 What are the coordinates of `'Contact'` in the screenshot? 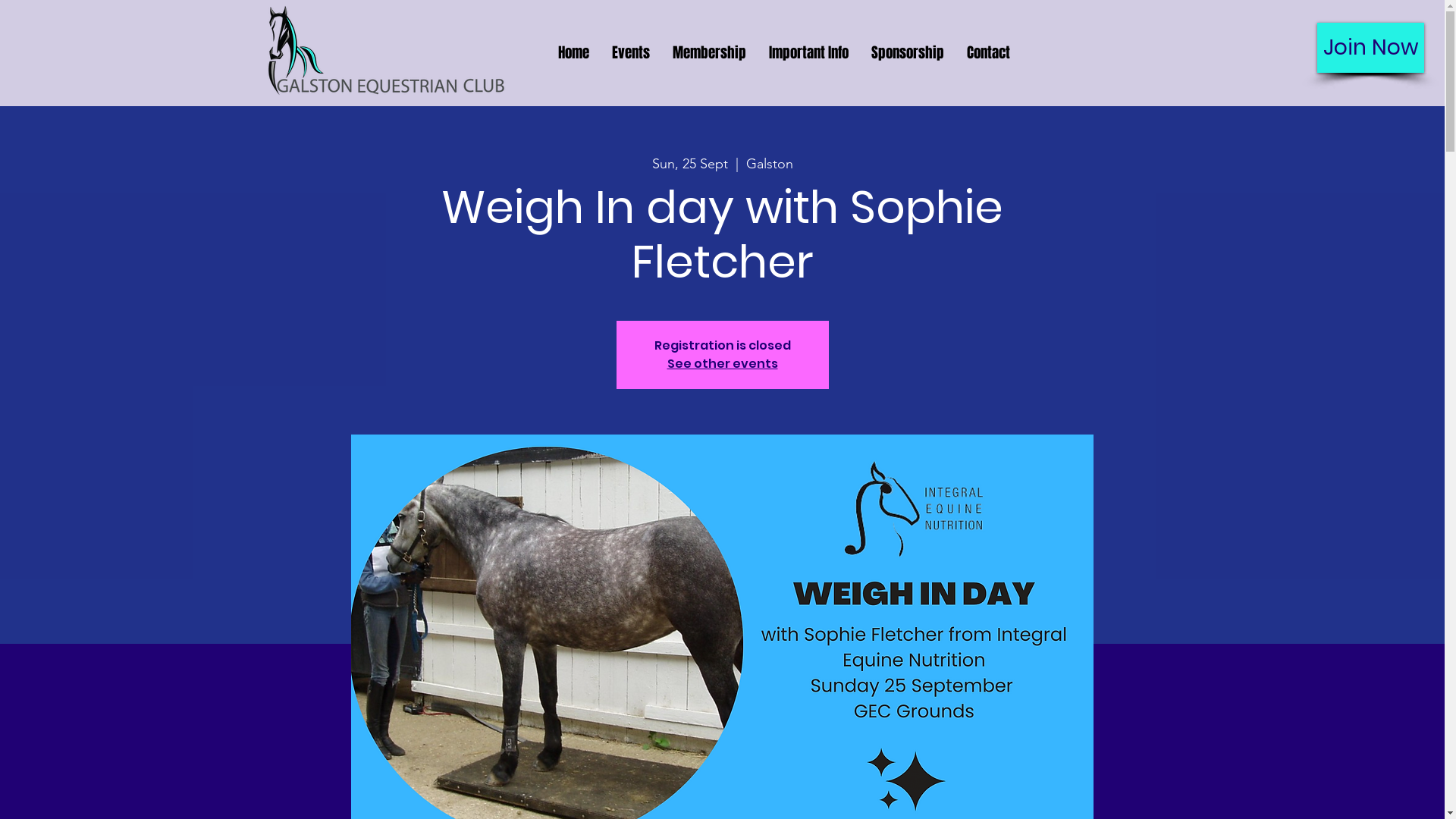 It's located at (988, 52).